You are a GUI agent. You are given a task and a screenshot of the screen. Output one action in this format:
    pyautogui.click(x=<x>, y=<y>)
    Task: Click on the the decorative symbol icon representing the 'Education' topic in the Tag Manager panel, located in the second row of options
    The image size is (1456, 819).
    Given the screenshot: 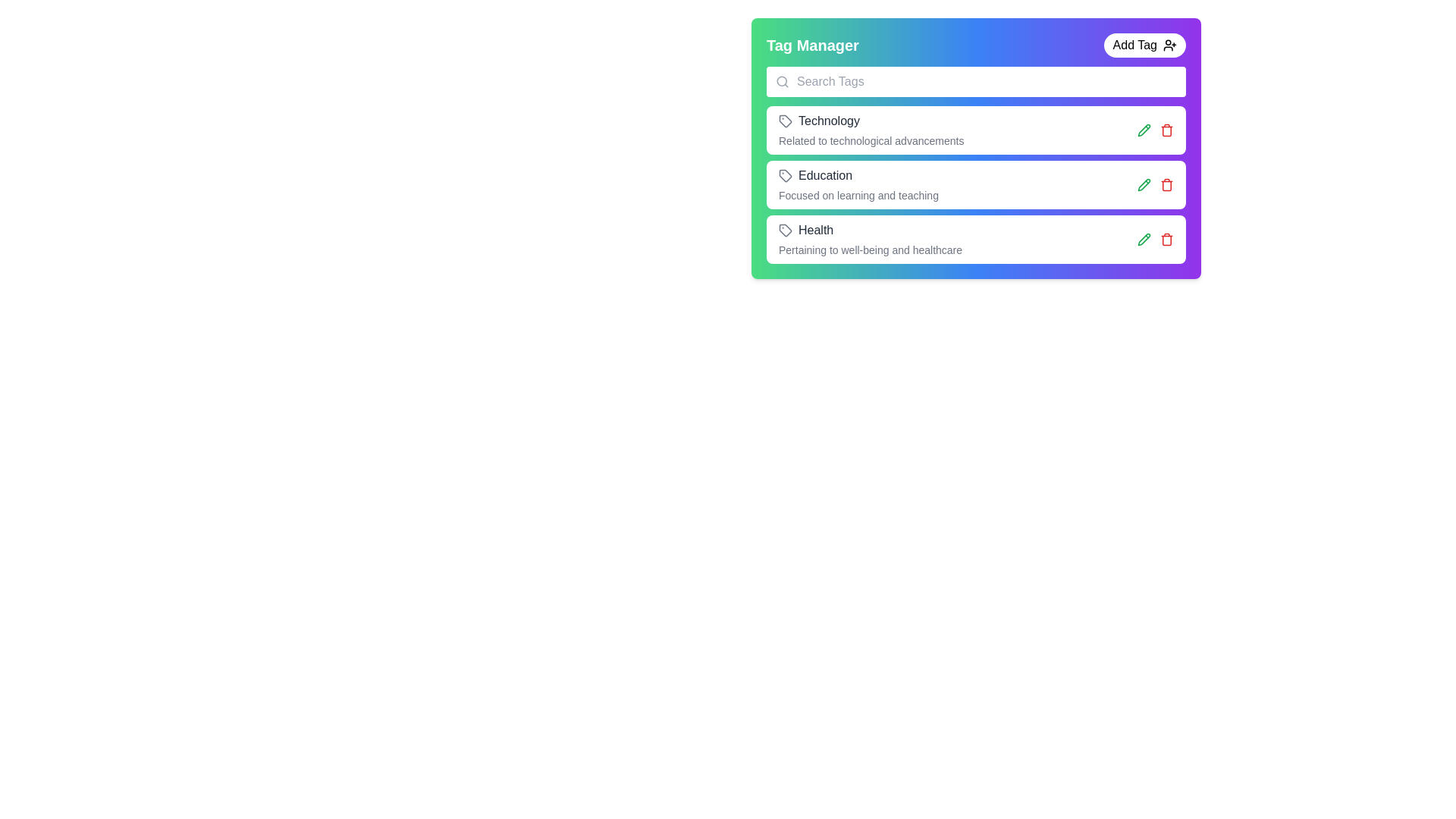 What is the action you would take?
    pyautogui.click(x=786, y=174)
    